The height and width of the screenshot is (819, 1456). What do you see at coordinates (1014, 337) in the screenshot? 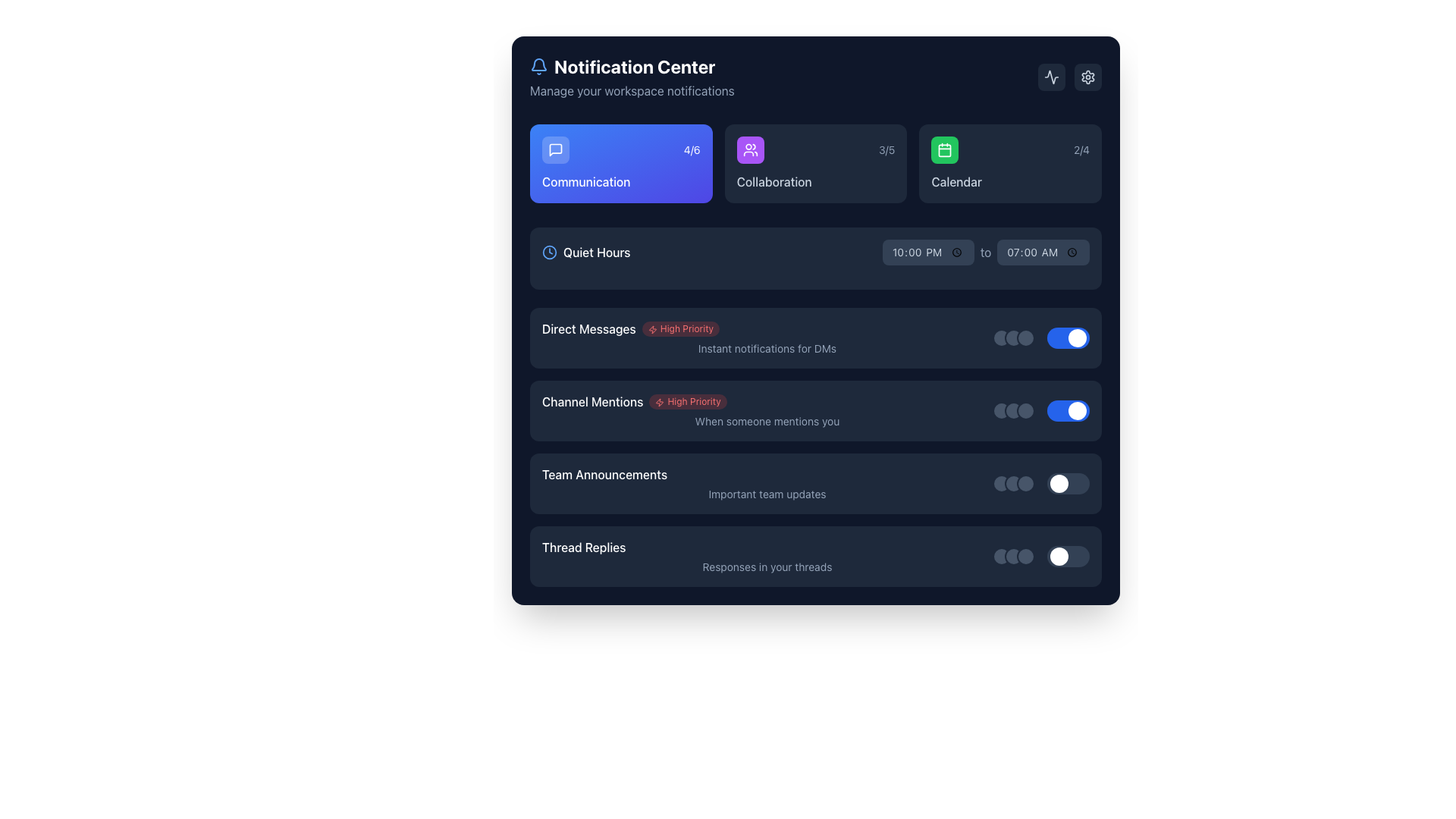
I see `the second circular indicator in the toggle switch section for 'Direct Messages', which has a dark slate background and a rounded border` at bounding box center [1014, 337].